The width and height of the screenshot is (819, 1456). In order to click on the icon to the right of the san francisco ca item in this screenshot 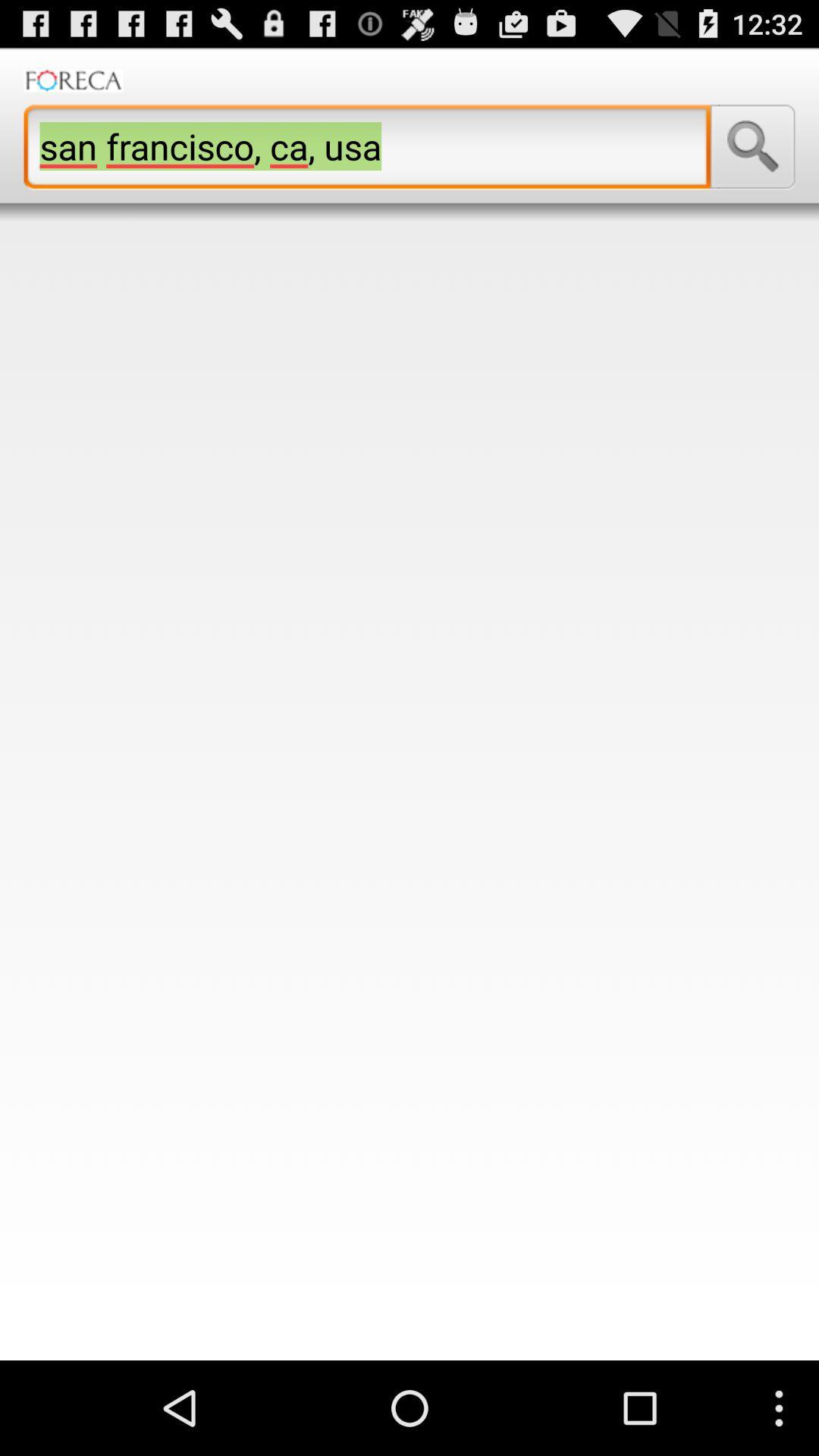, I will do `click(752, 146)`.